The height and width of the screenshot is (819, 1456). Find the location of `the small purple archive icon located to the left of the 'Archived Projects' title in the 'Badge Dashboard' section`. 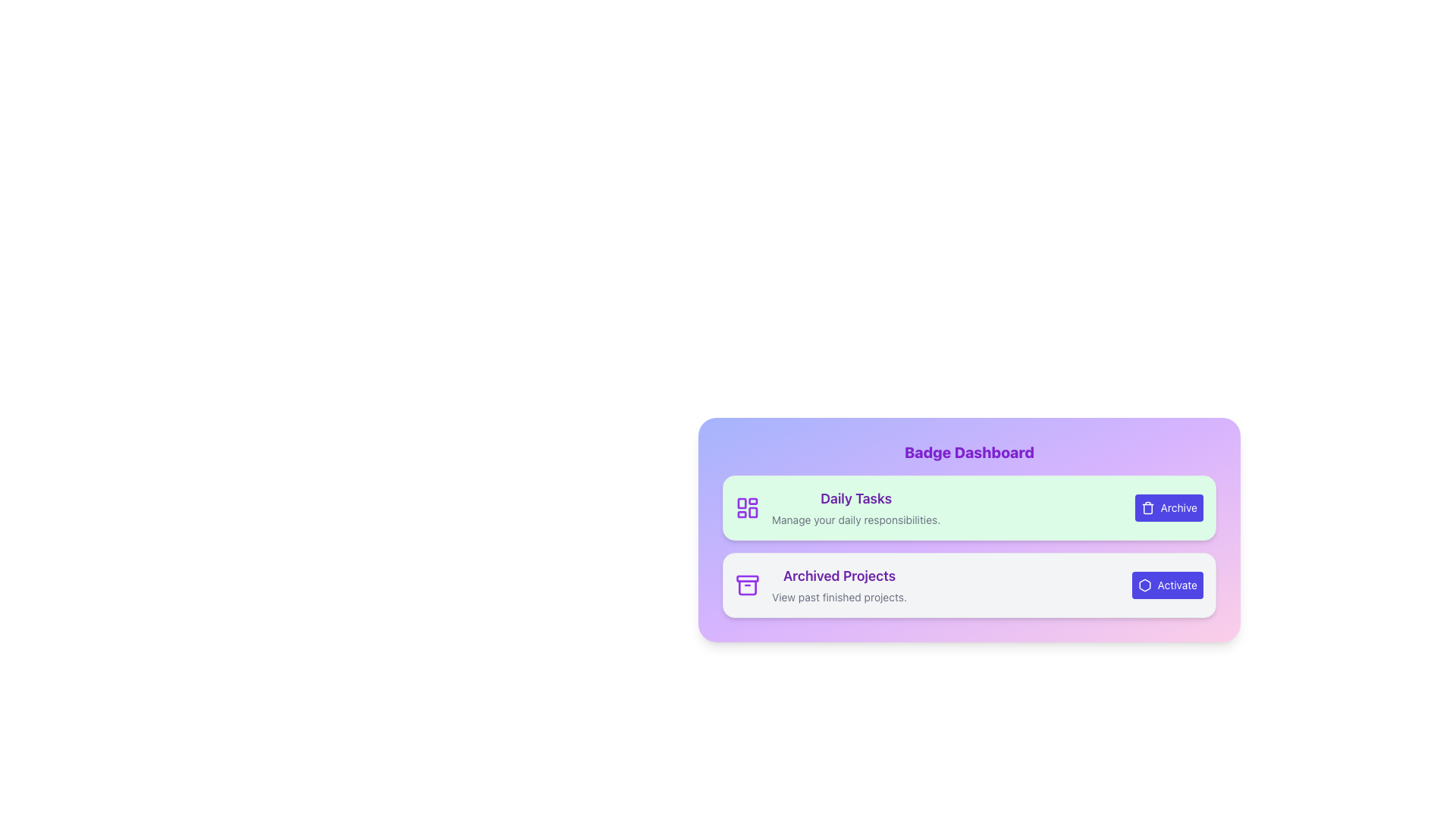

the small purple archive icon located to the left of the 'Archived Projects' title in the 'Badge Dashboard' section is located at coordinates (747, 584).